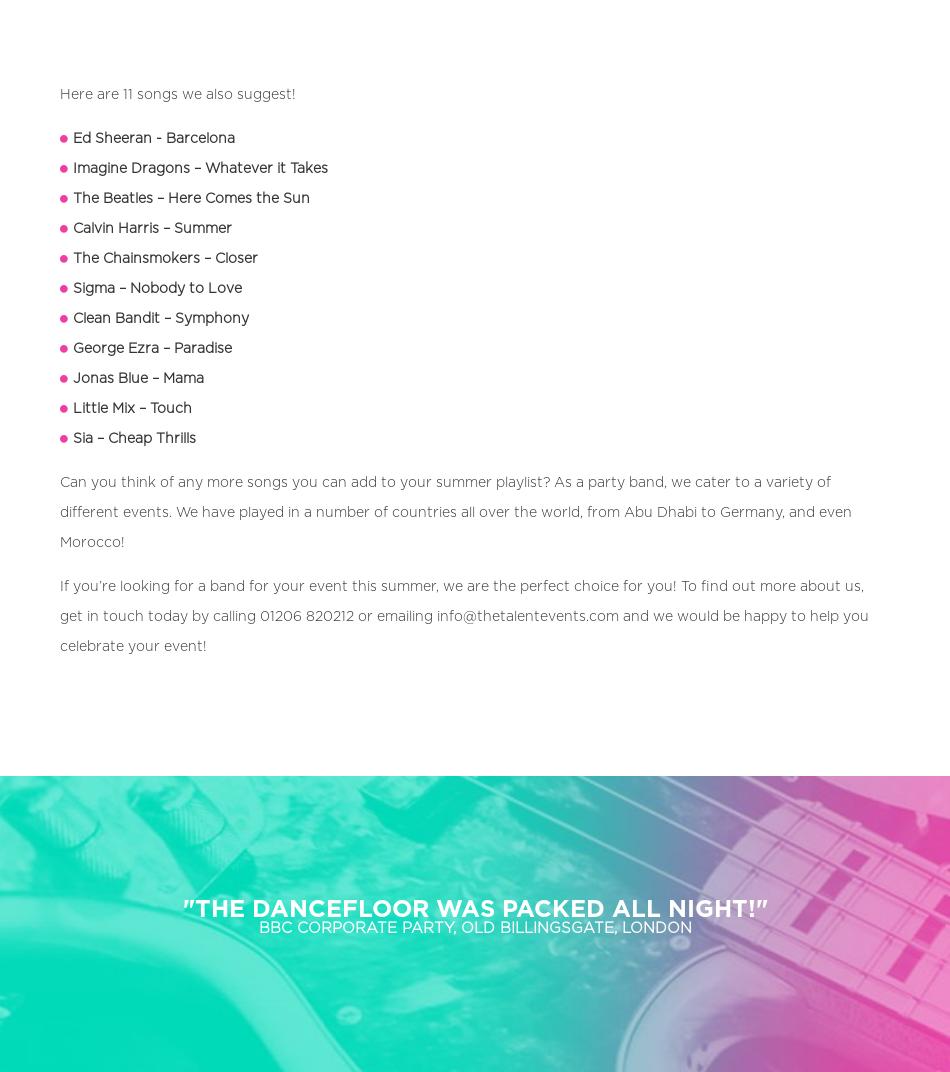 This screenshot has width=950, height=1072. What do you see at coordinates (463, 617) in the screenshot?
I see `'If you’re looking for a band for your event this summer, we are the perfect choice for you! To find out more about us, get in touch today by calling 01206 820212 or emailing info@thetalentevents.com and we would be happy to help you celebrate your event!'` at bounding box center [463, 617].